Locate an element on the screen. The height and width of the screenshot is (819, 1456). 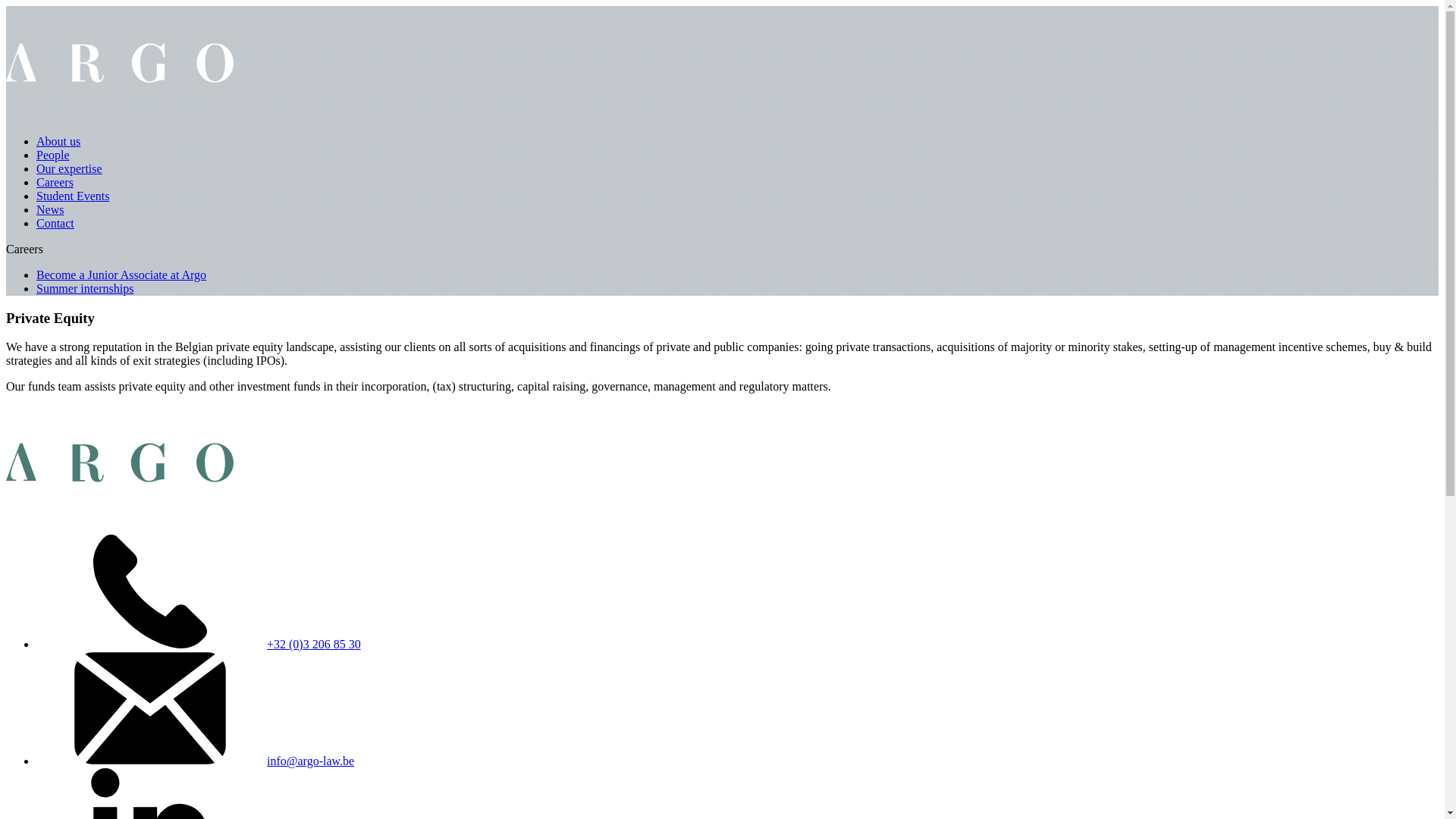
'Summer internships' is located at coordinates (36, 288).